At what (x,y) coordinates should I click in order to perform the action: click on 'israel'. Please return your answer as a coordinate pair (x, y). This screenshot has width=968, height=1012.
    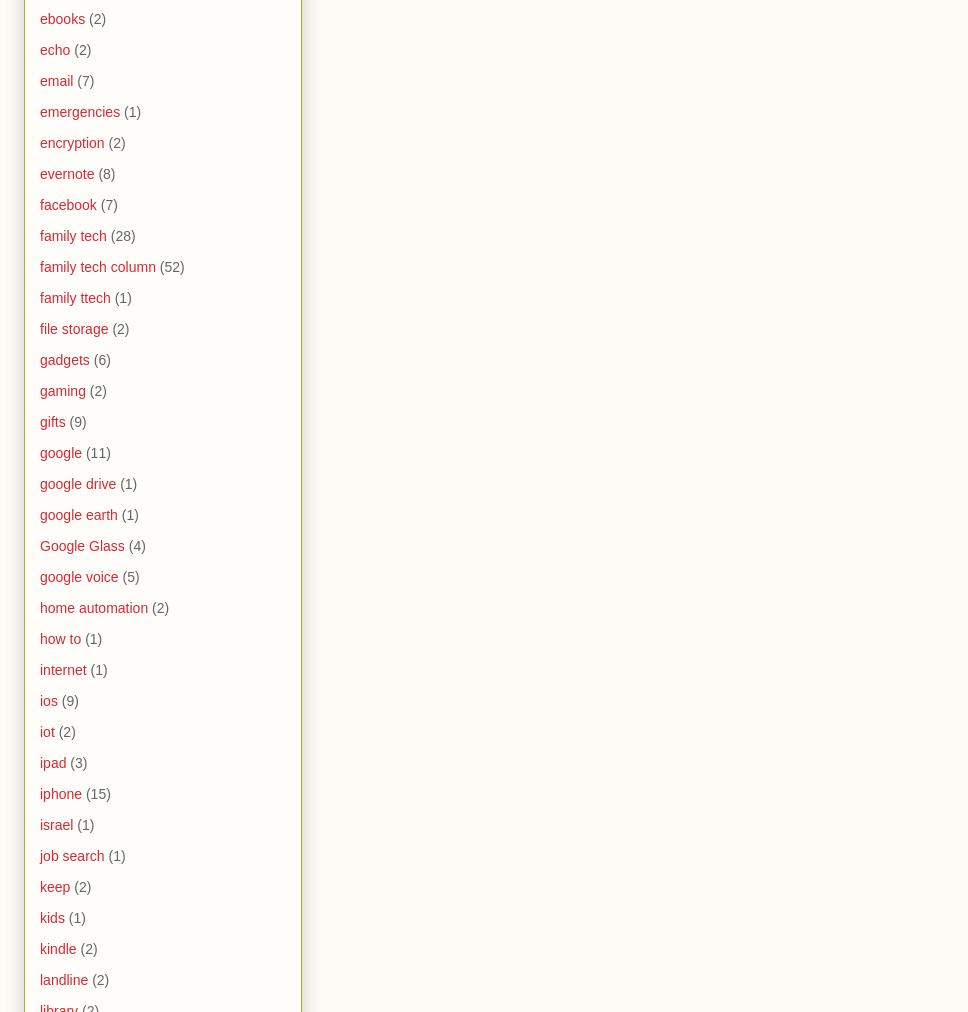
    Looking at the image, I should click on (39, 823).